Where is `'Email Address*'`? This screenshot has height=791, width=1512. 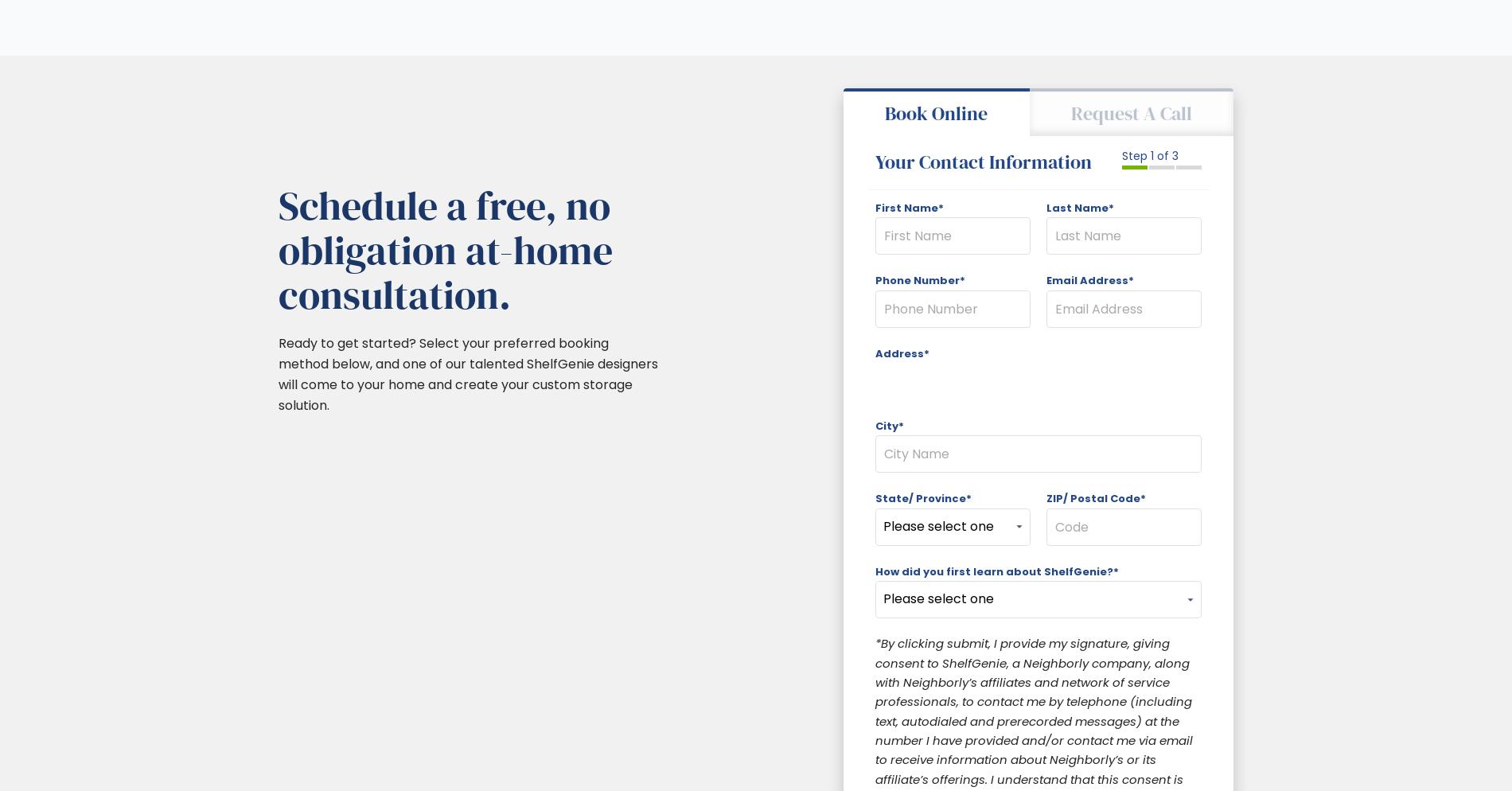 'Email Address*' is located at coordinates (1089, 279).